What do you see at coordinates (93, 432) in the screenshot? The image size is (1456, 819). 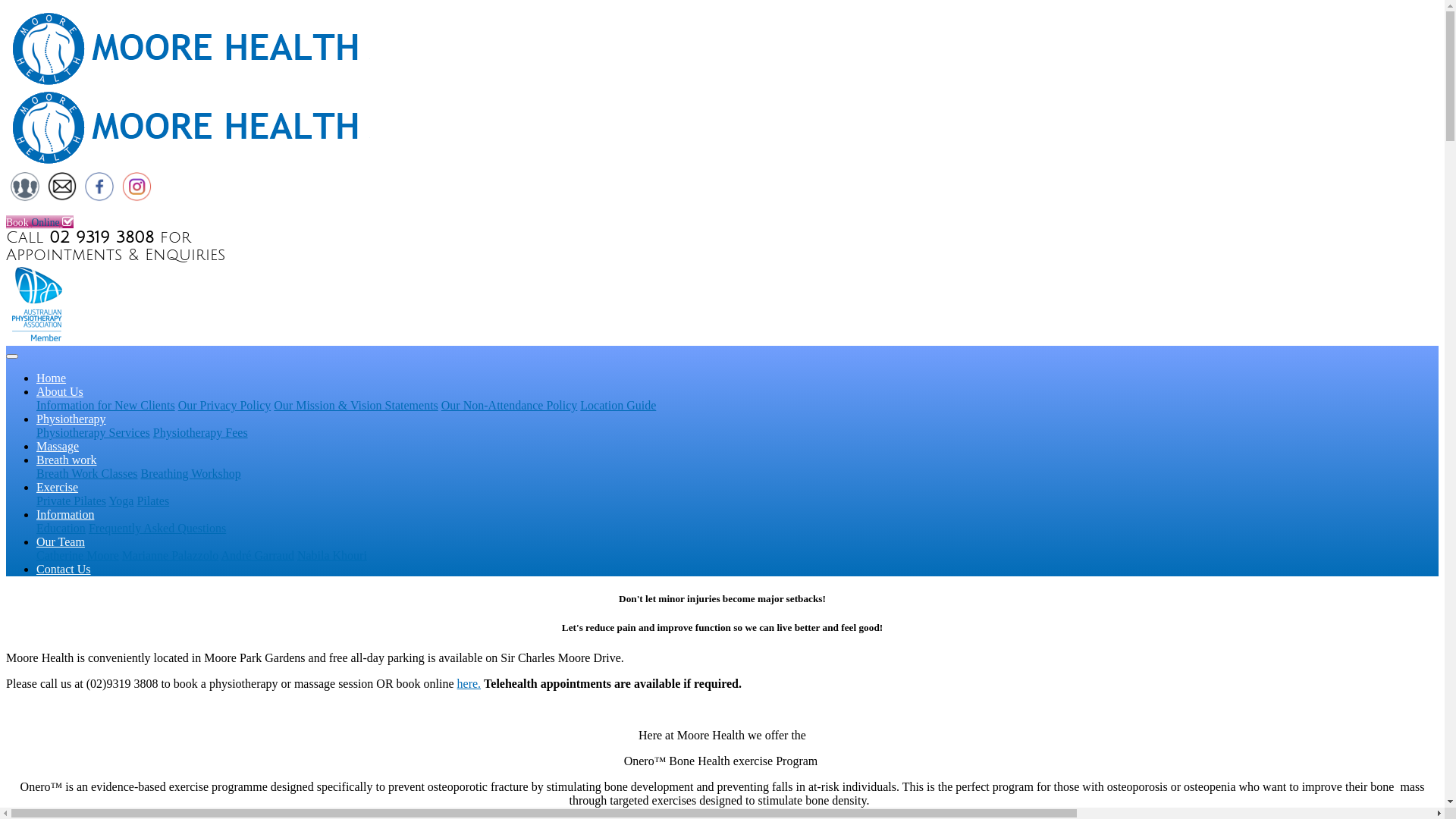 I see `'Physiotherapy Services'` at bounding box center [93, 432].